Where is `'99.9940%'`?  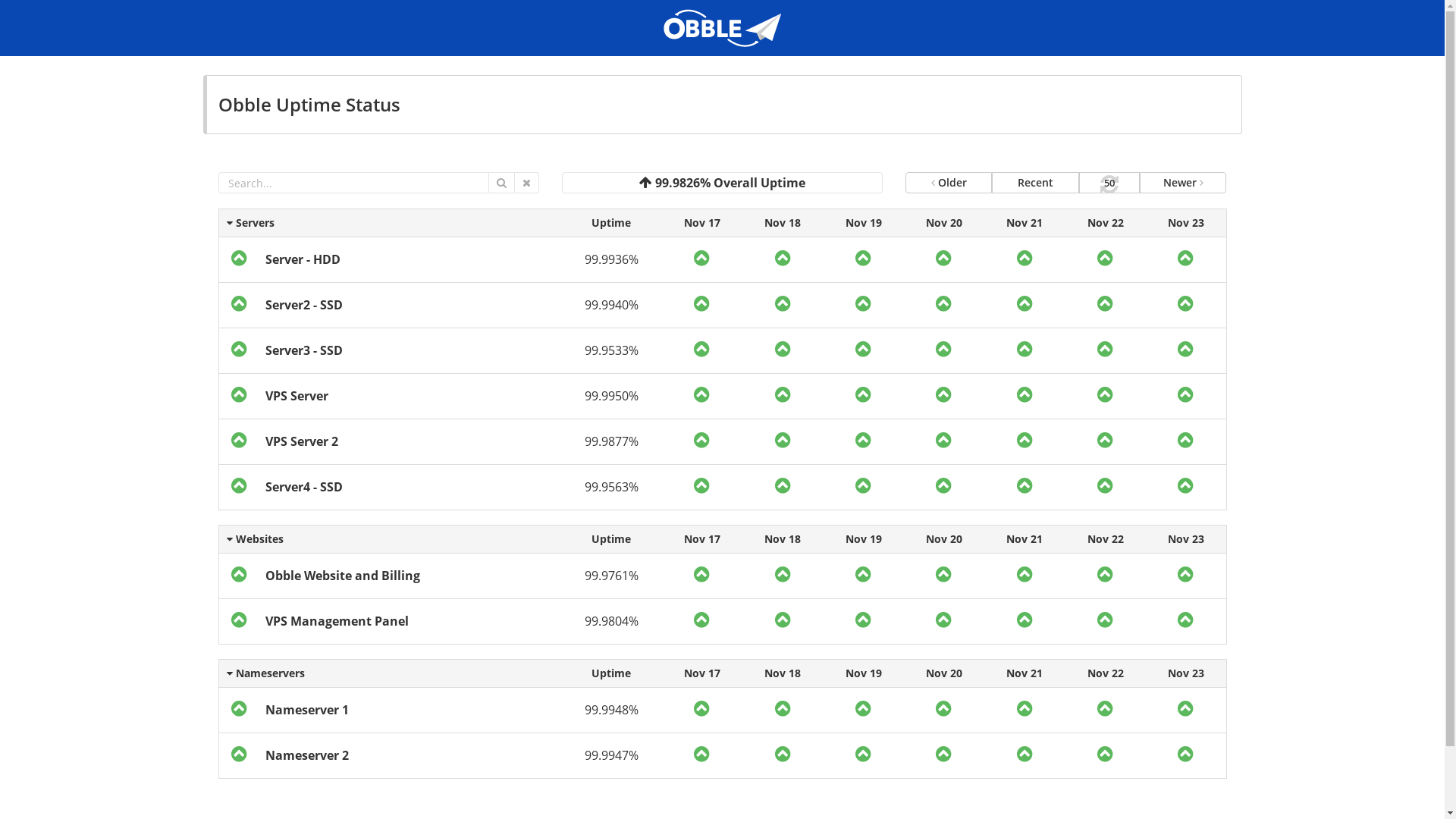 '99.9940%' is located at coordinates (611, 304).